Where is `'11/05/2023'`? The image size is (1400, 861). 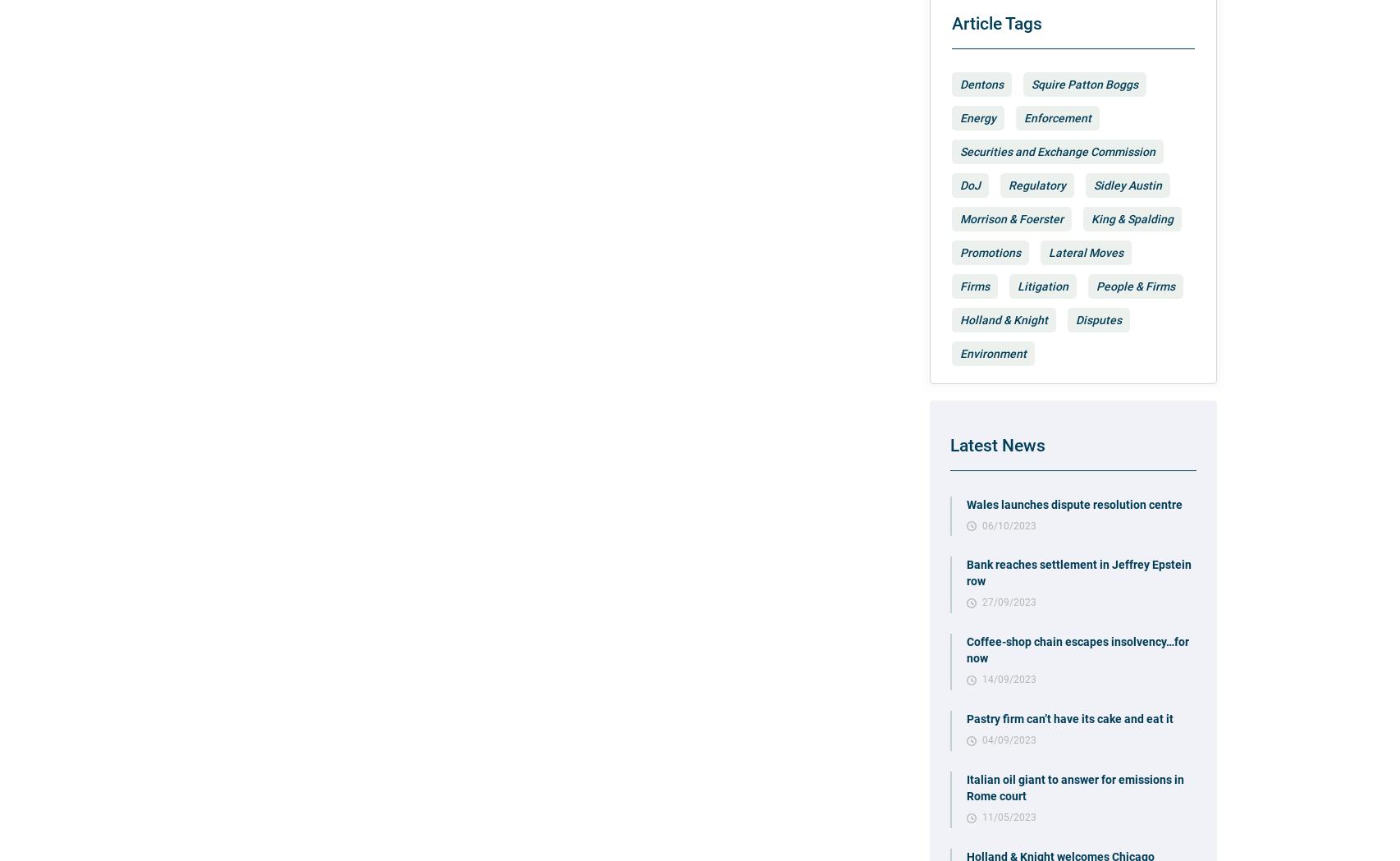
'11/05/2023' is located at coordinates (1008, 815).